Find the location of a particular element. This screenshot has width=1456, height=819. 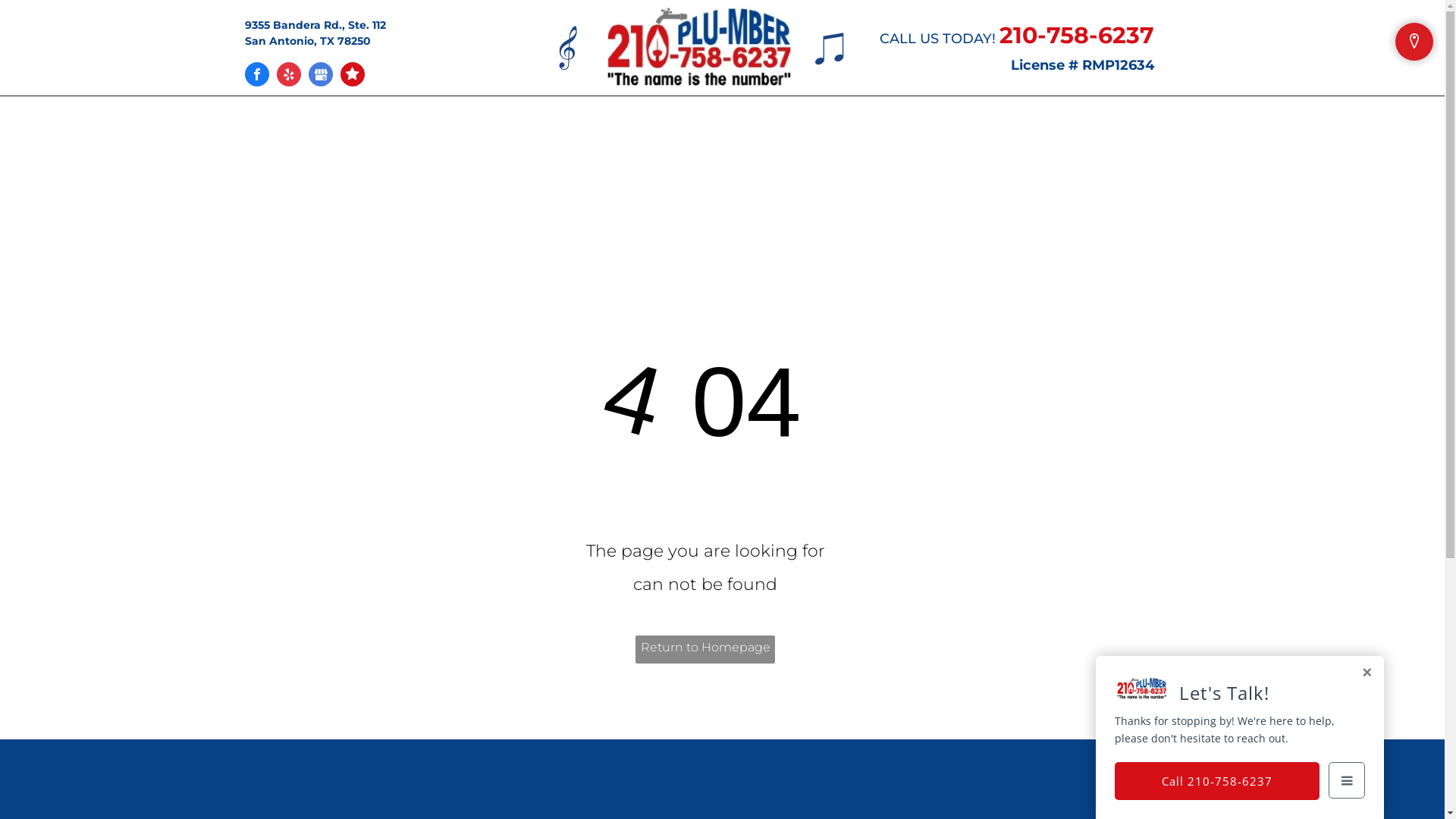

'9355 Bandera Rd., Ste. 112' is located at coordinates (313, 25).